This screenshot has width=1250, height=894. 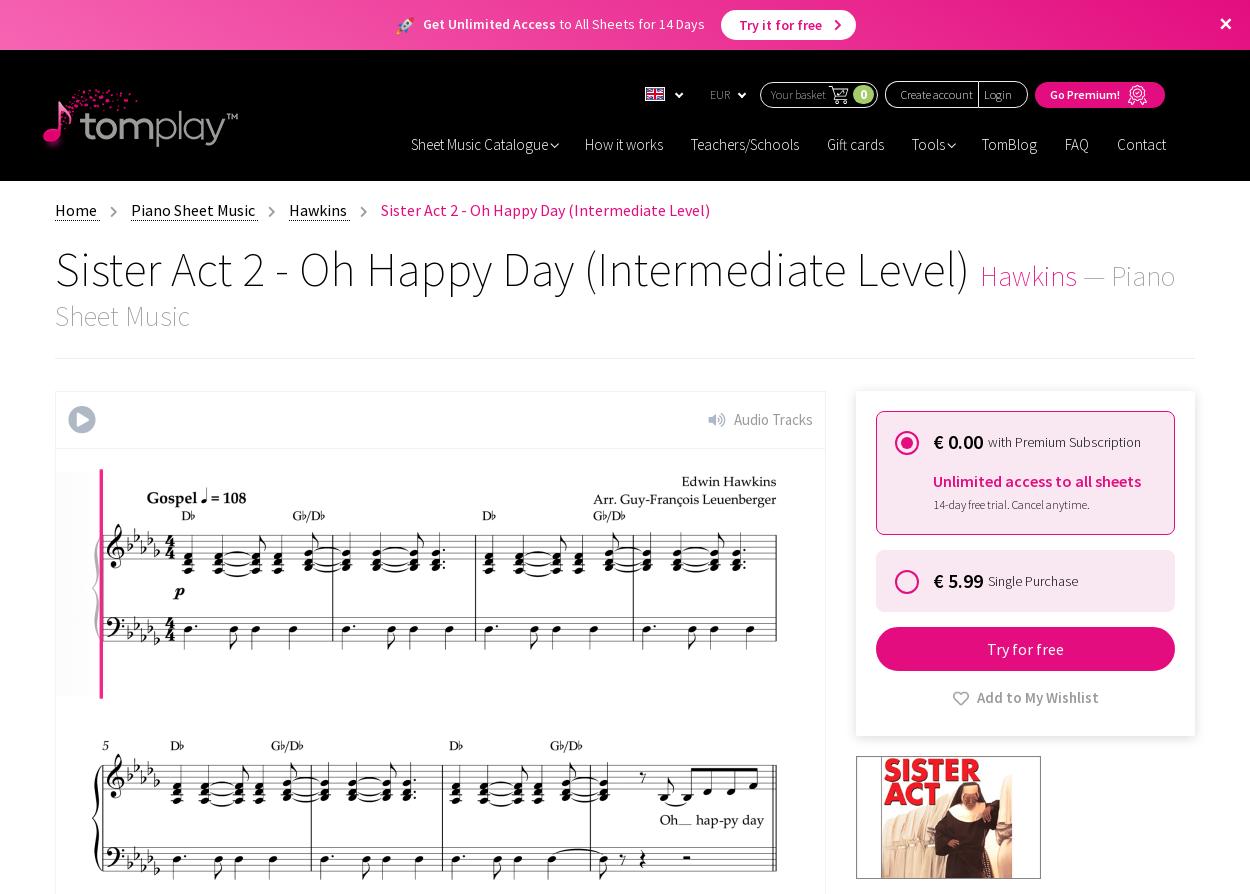 What do you see at coordinates (928, 143) in the screenshot?
I see `'Tools'` at bounding box center [928, 143].